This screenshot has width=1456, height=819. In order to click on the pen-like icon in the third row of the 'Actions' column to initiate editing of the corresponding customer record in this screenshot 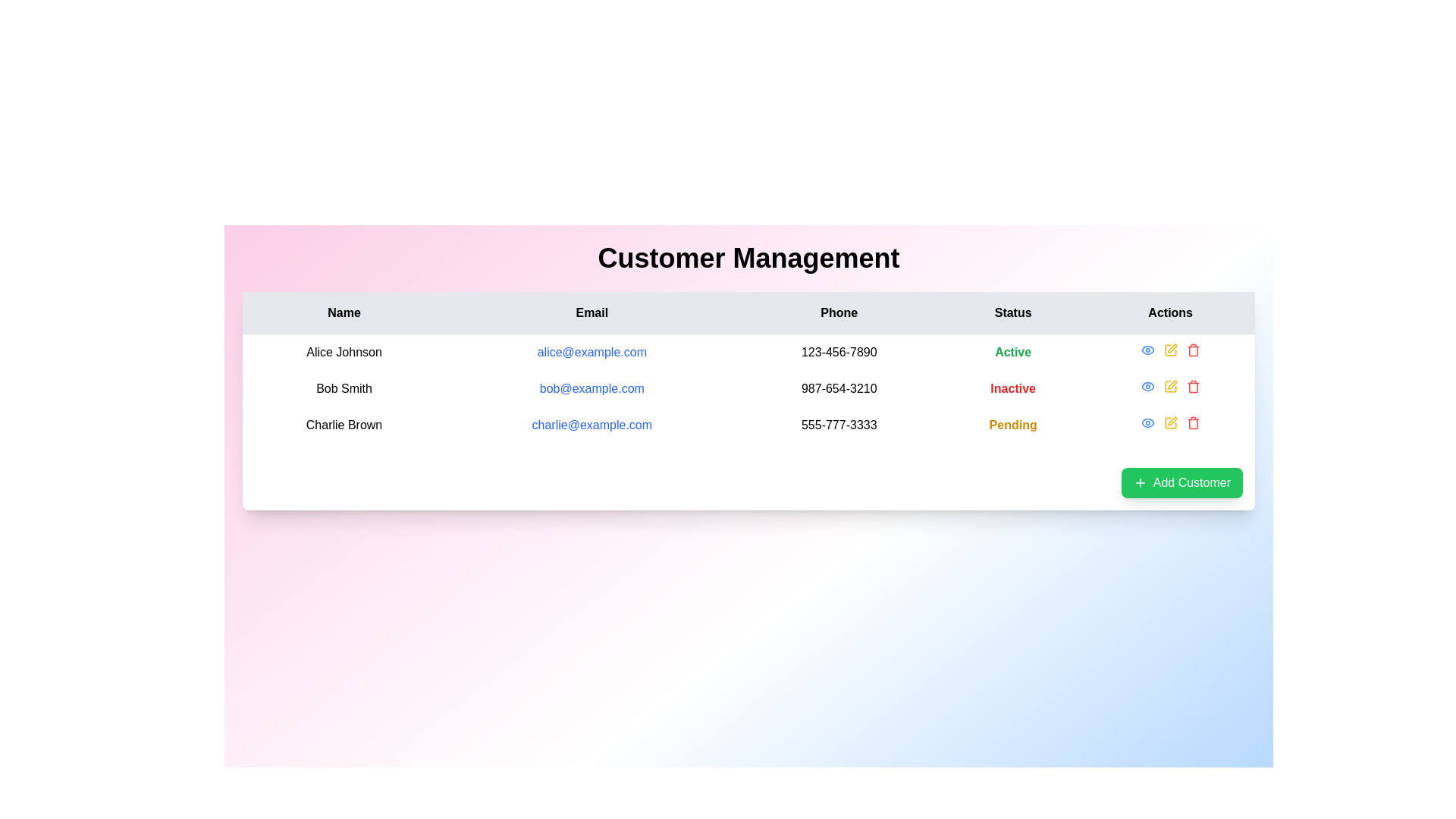, I will do `click(1171, 421)`.